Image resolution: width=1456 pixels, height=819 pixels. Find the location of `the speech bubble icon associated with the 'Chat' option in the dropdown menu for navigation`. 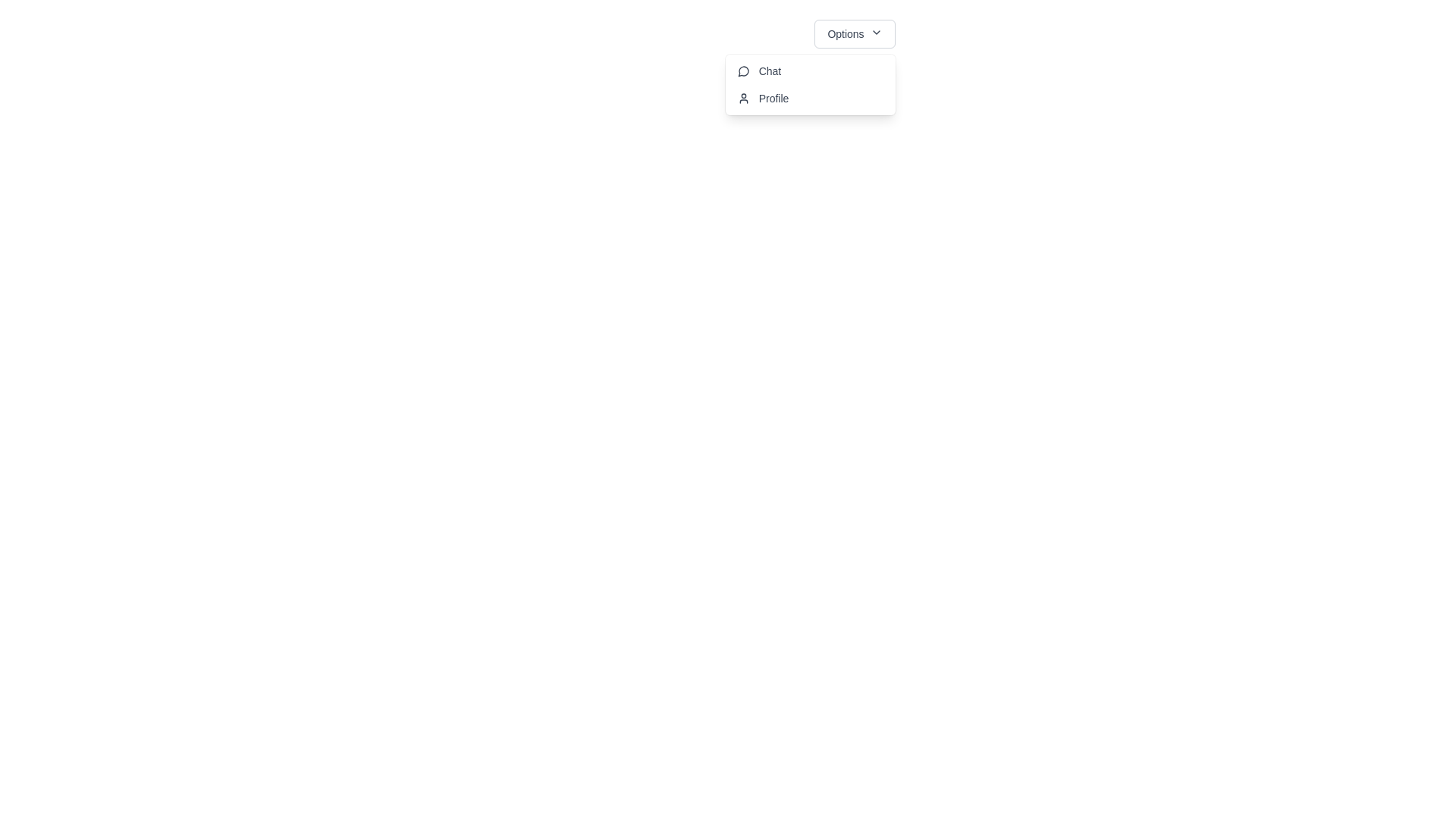

the speech bubble icon associated with the 'Chat' option in the dropdown menu for navigation is located at coordinates (743, 71).